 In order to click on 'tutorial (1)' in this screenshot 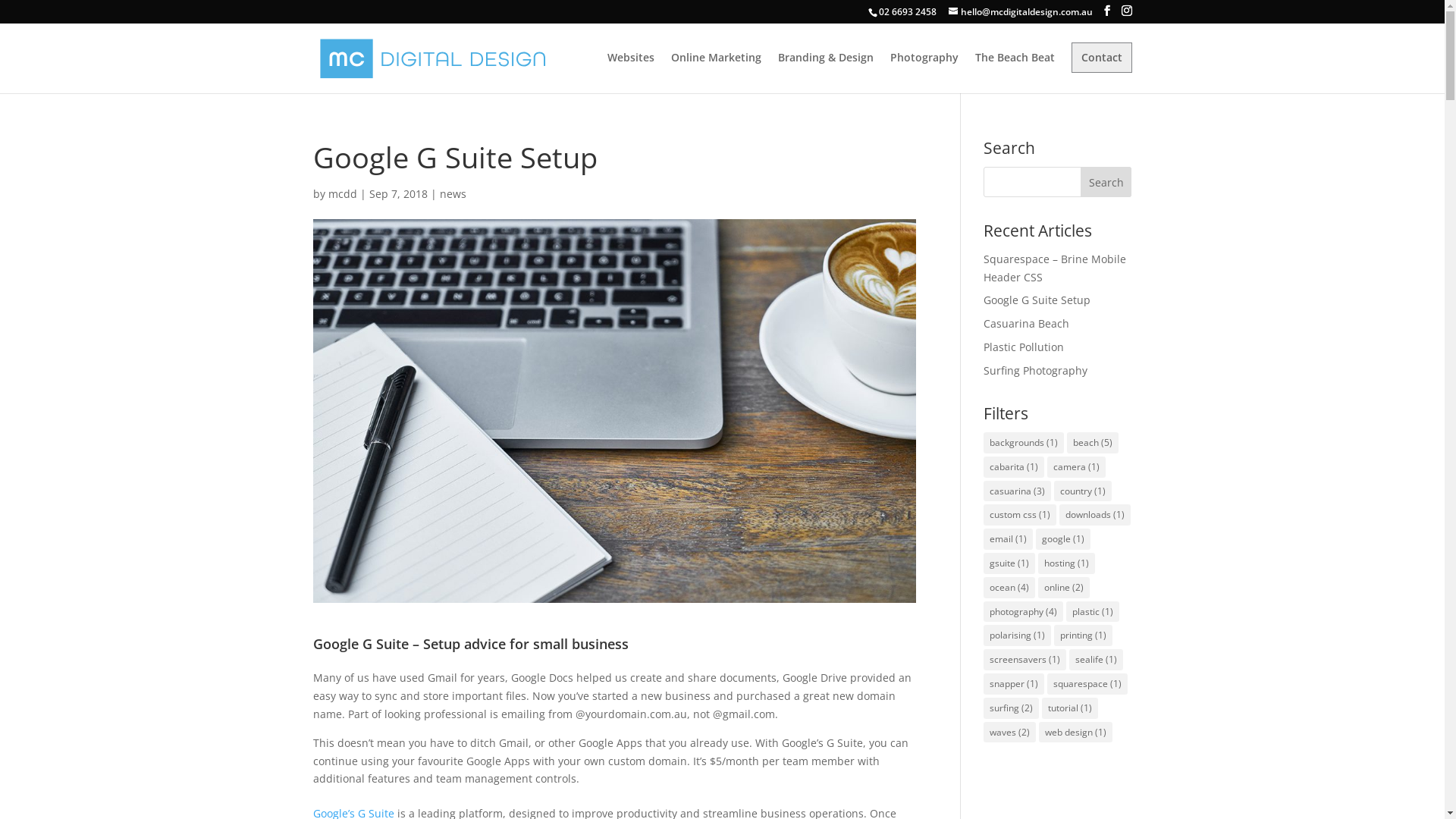, I will do `click(1069, 708)`.